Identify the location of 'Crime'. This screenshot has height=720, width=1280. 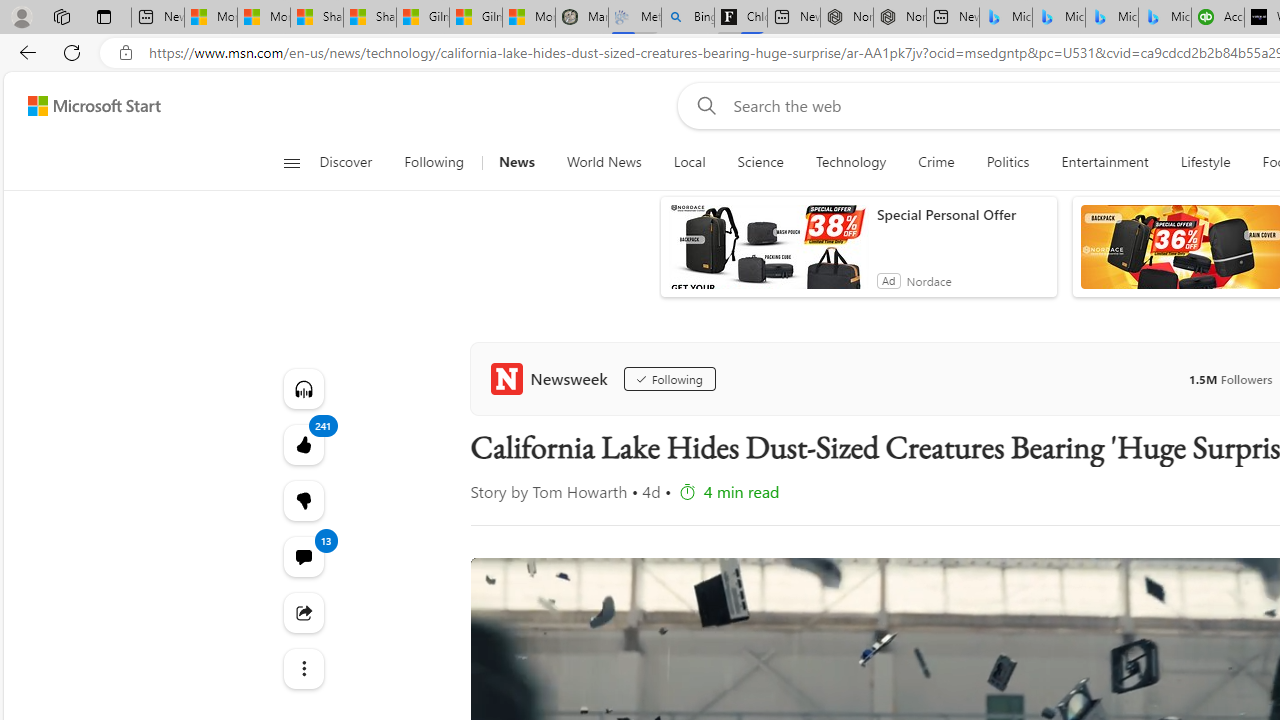
(935, 162).